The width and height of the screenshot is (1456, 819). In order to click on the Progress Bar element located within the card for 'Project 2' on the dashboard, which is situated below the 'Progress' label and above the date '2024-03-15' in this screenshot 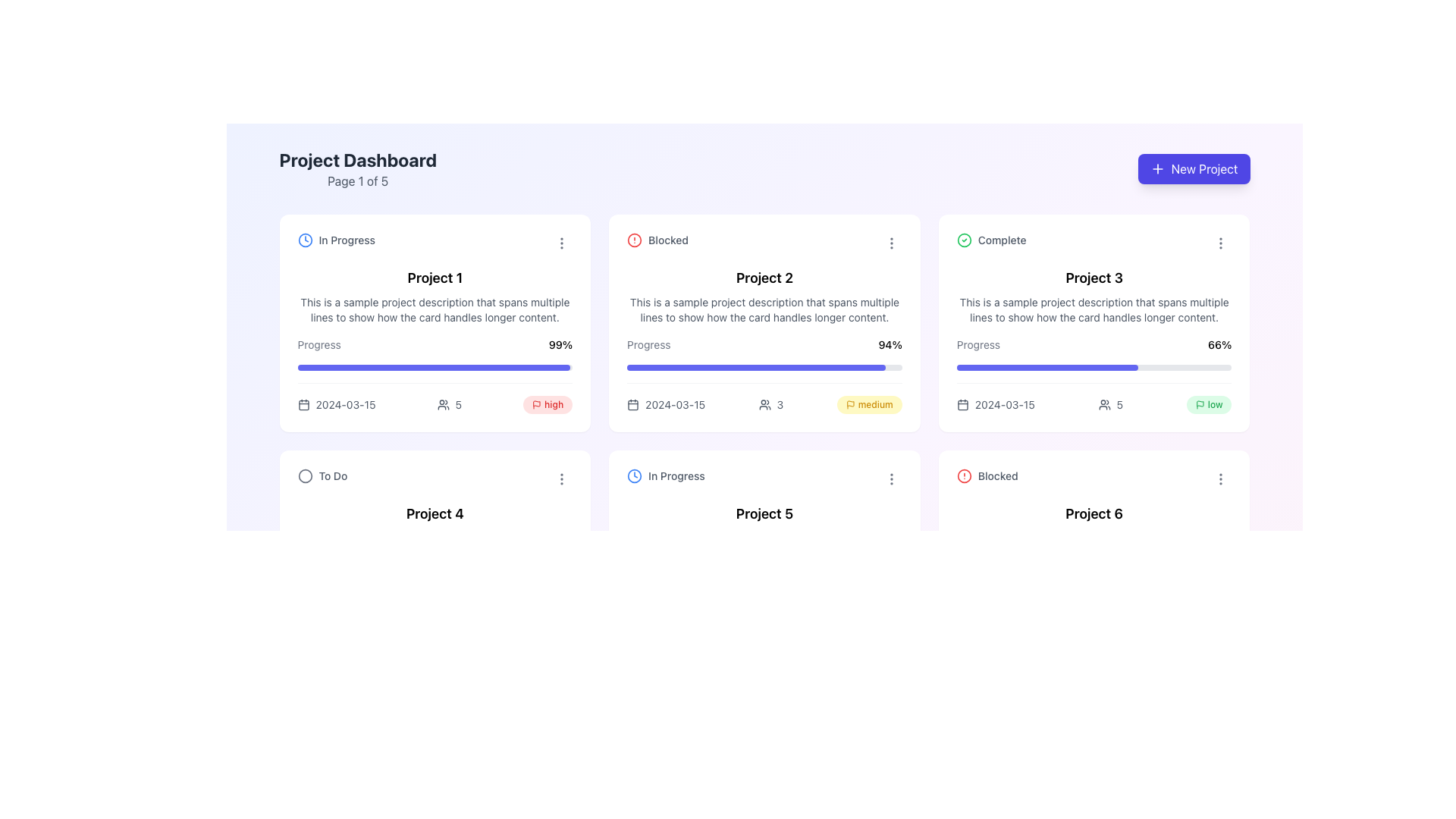, I will do `click(764, 368)`.